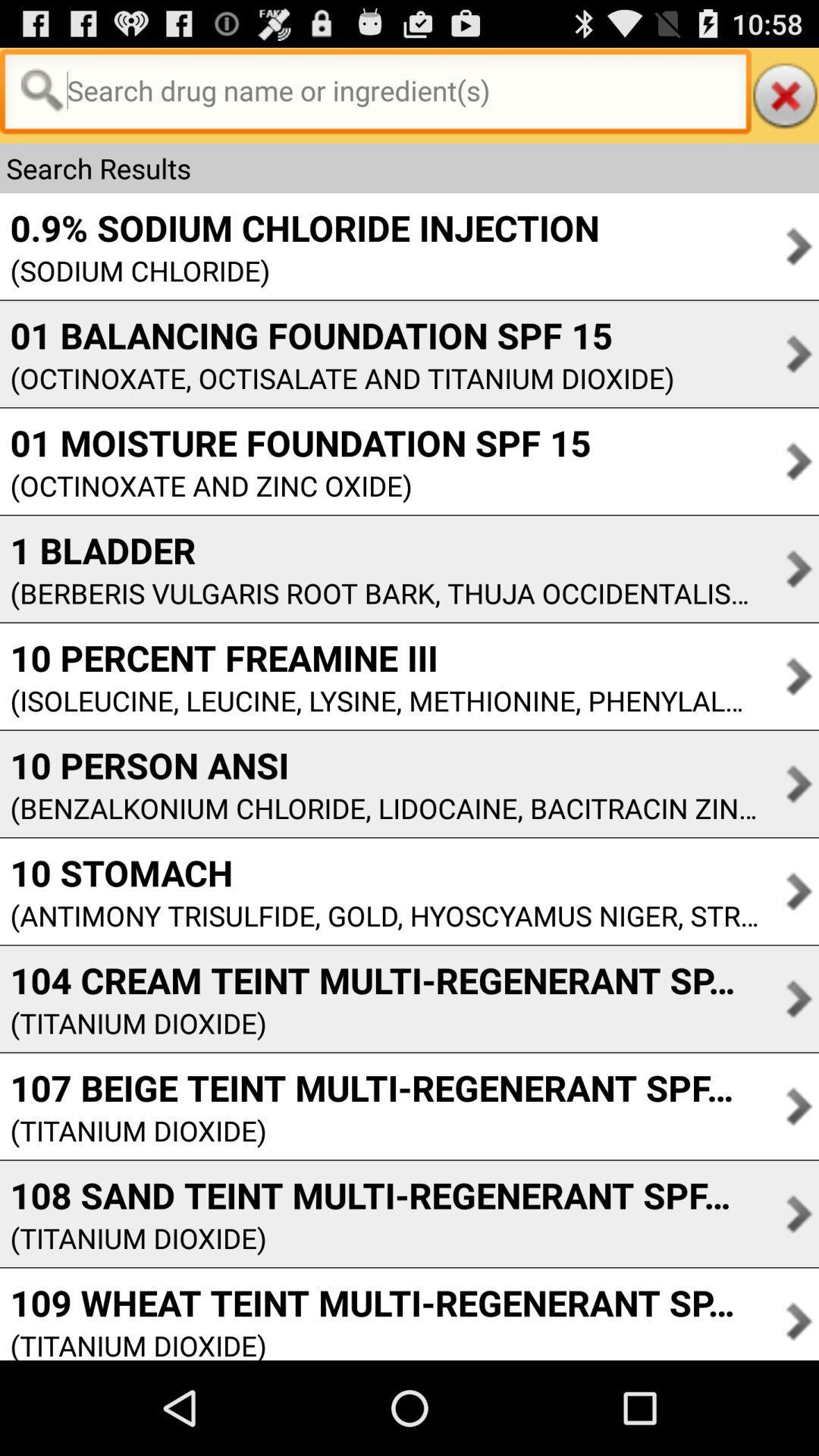  Describe the element at coordinates (375, 94) in the screenshot. I see `search button` at that location.